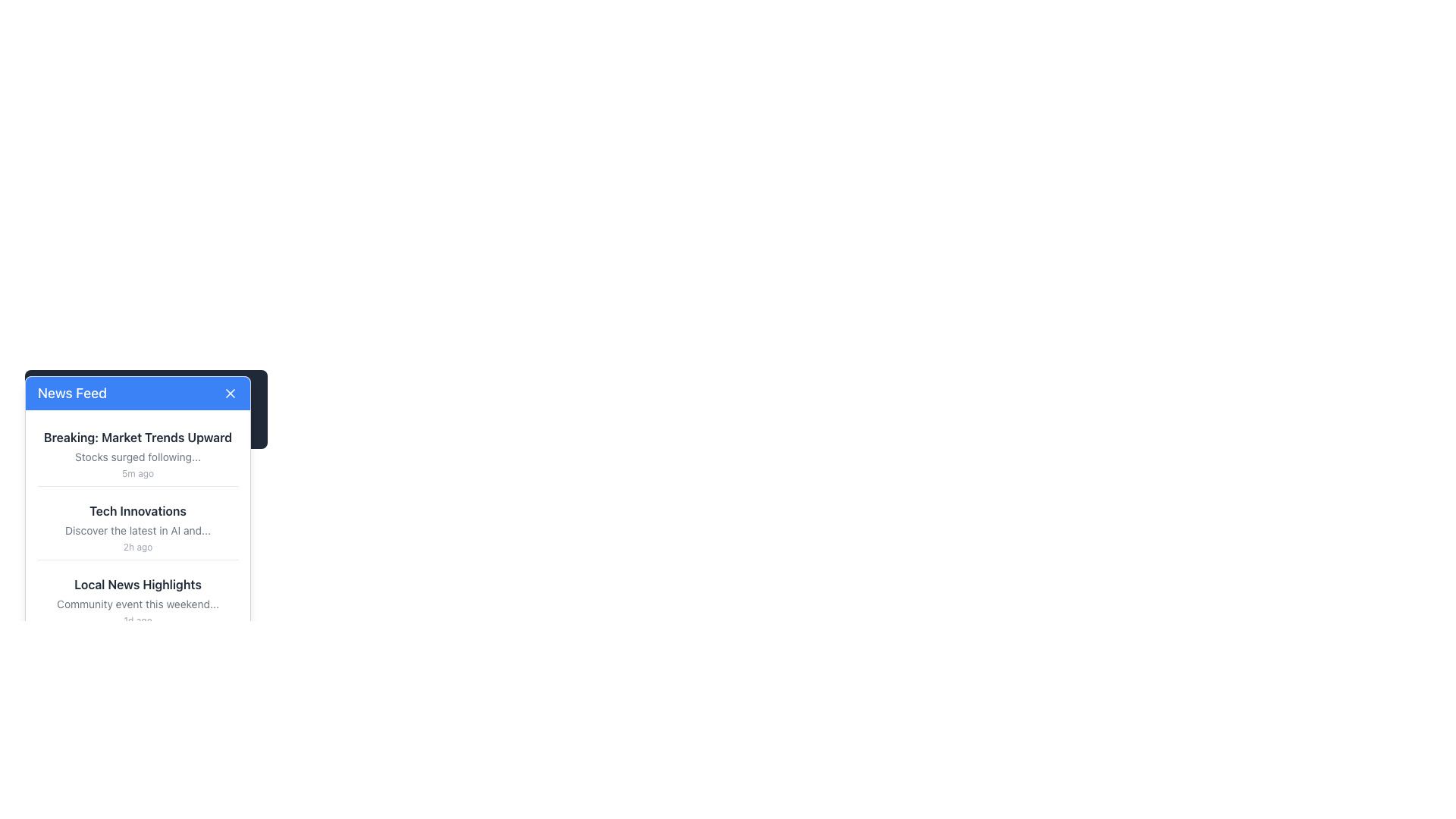 The image size is (1456, 819). Describe the element at coordinates (230, 393) in the screenshot. I see `the close icon located at the top-right corner of the blue header near the 'News Feed' title bar` at that location.